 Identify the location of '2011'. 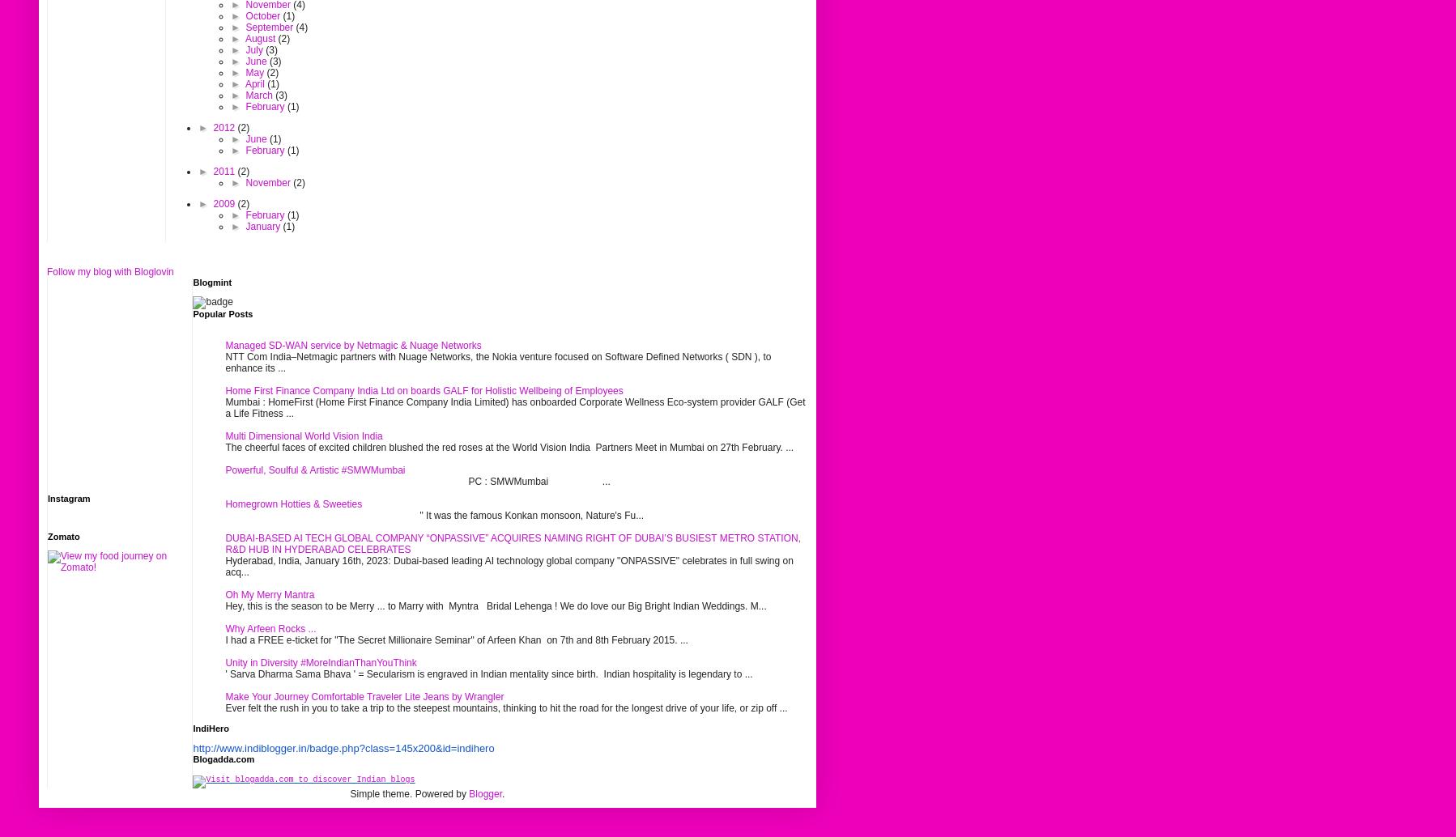
(224, 171).